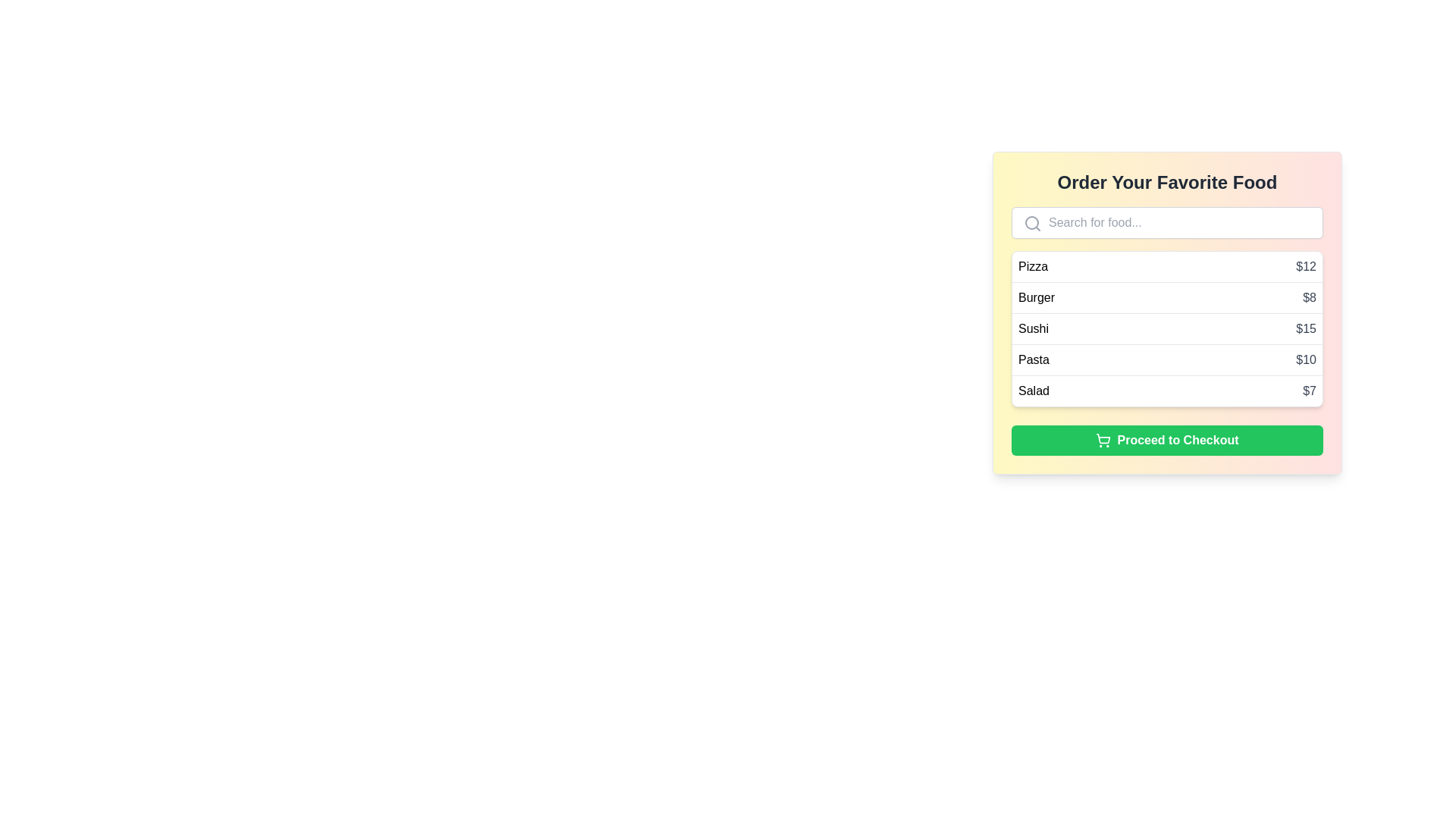 The width and height of the screenshot is (1456, 819). I want to click on the gray magnifying glass icon representing the search function, which is located to the left of the input field with the placeholder 'Search for food...', so click(1032, 223).